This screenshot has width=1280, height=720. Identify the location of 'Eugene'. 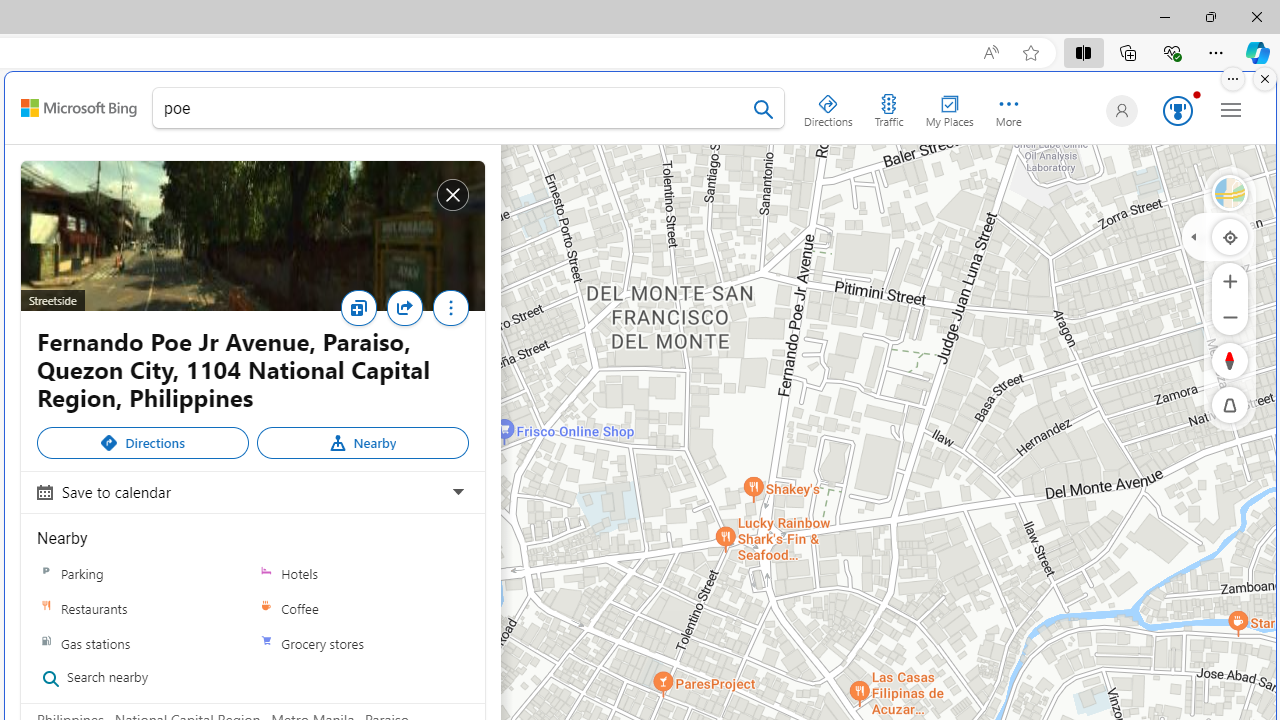
(1117, 110).